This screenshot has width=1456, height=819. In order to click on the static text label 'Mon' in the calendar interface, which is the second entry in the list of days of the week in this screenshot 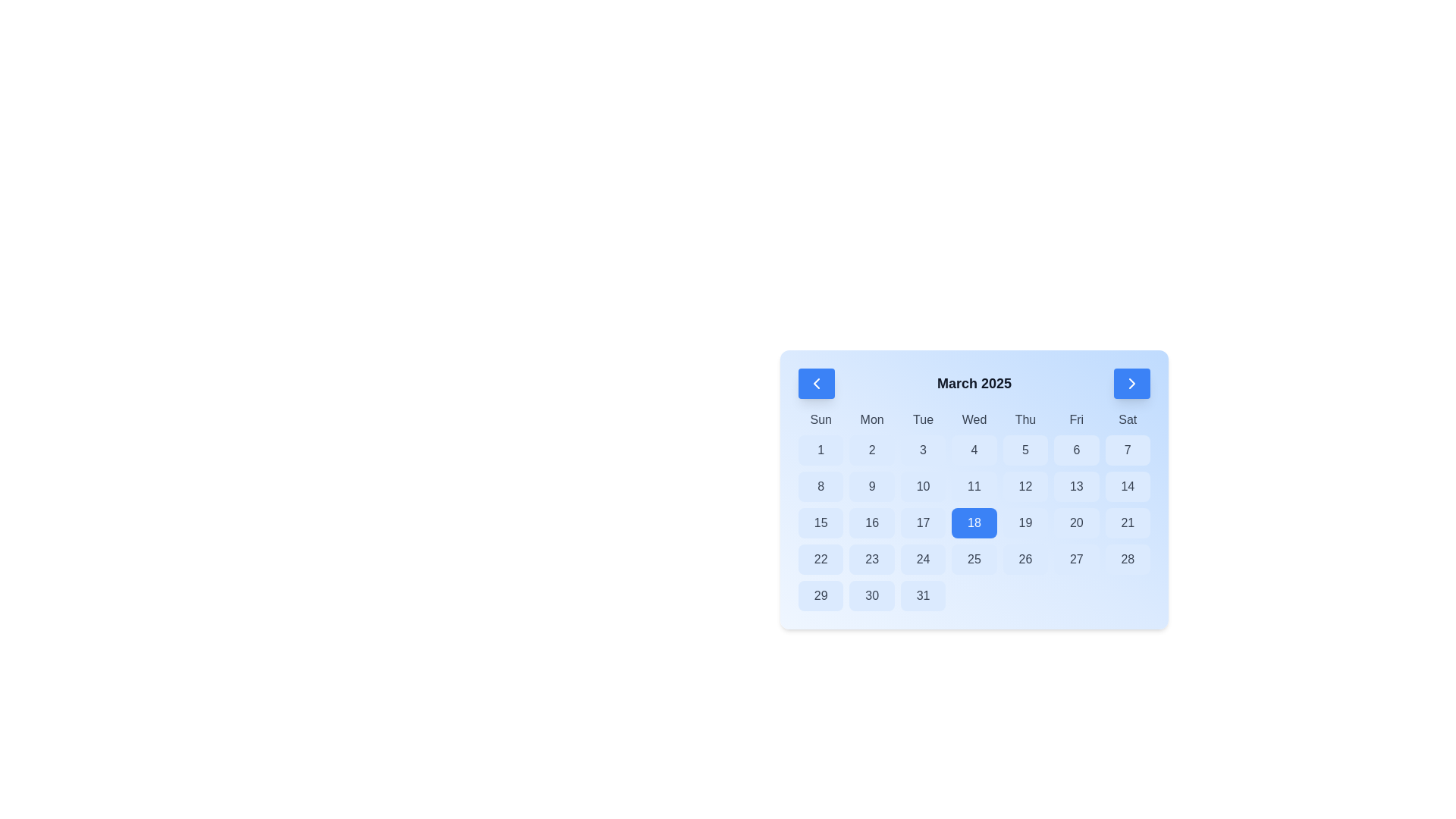, I will do `click(872, 420)`.